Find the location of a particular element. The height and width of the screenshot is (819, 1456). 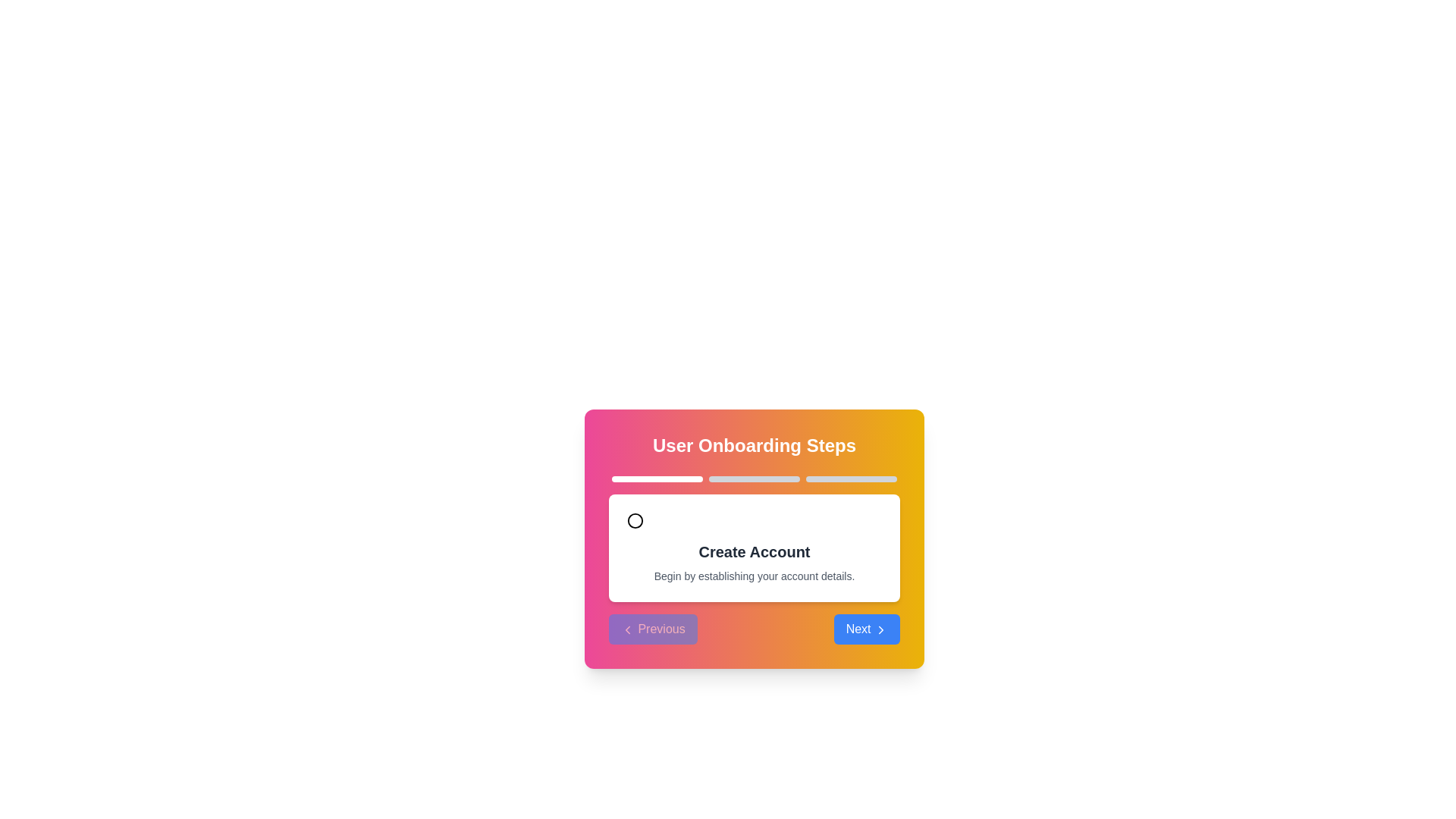

the Progress Indicator element, which consists of three horizontal bars (one white and two gray) located below the 'User Onboarding Steps' title is located at coordinates (754, 479).